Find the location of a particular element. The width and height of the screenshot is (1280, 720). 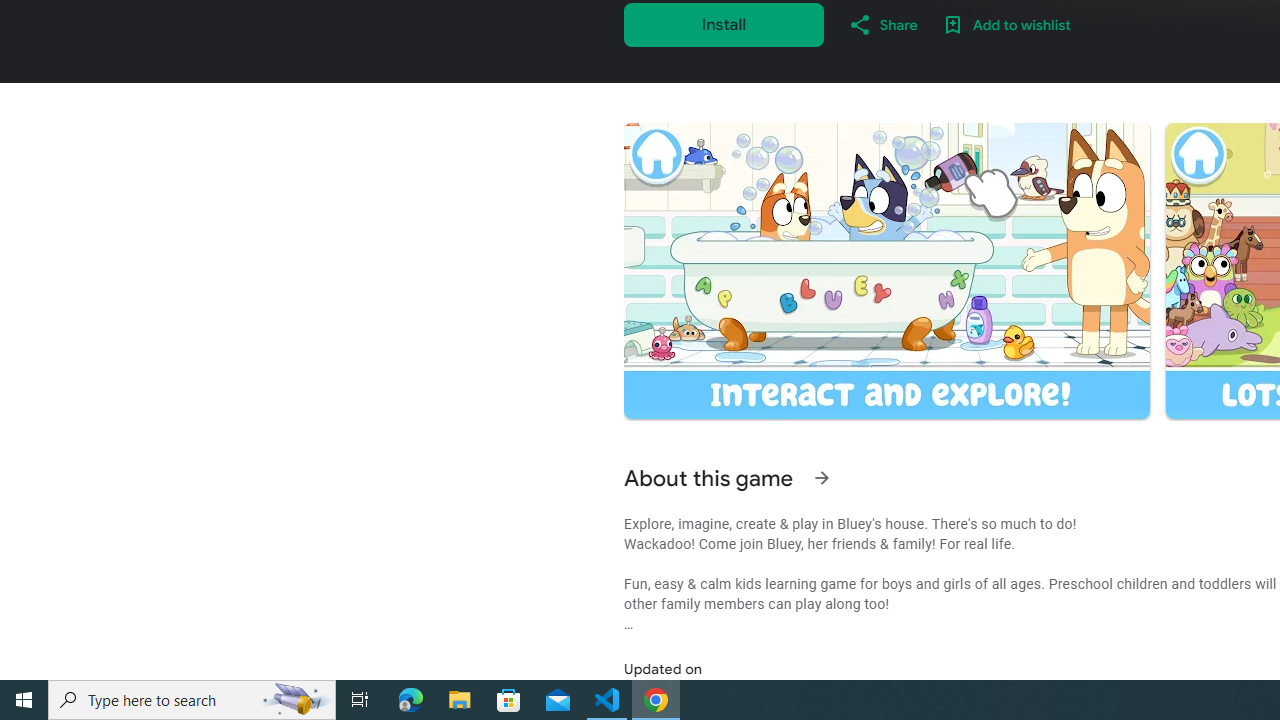

'Add to wishlist' is located at coordinates (1006, 24).